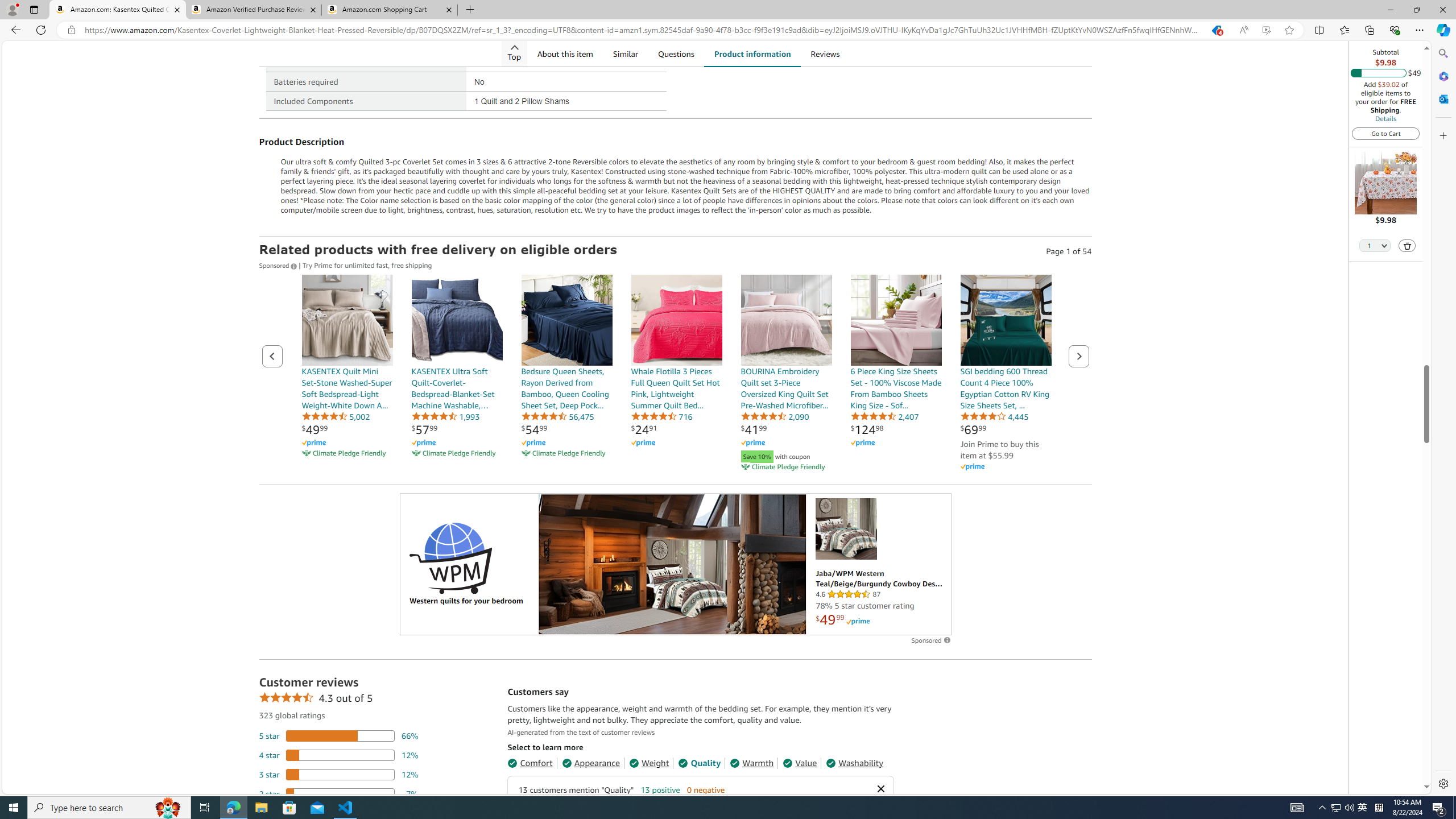  What do you see at coordinates (271, 355) in the screenshot?
I see `'Previous page of related Sponsored Products'` at bounding box center [271, 355].